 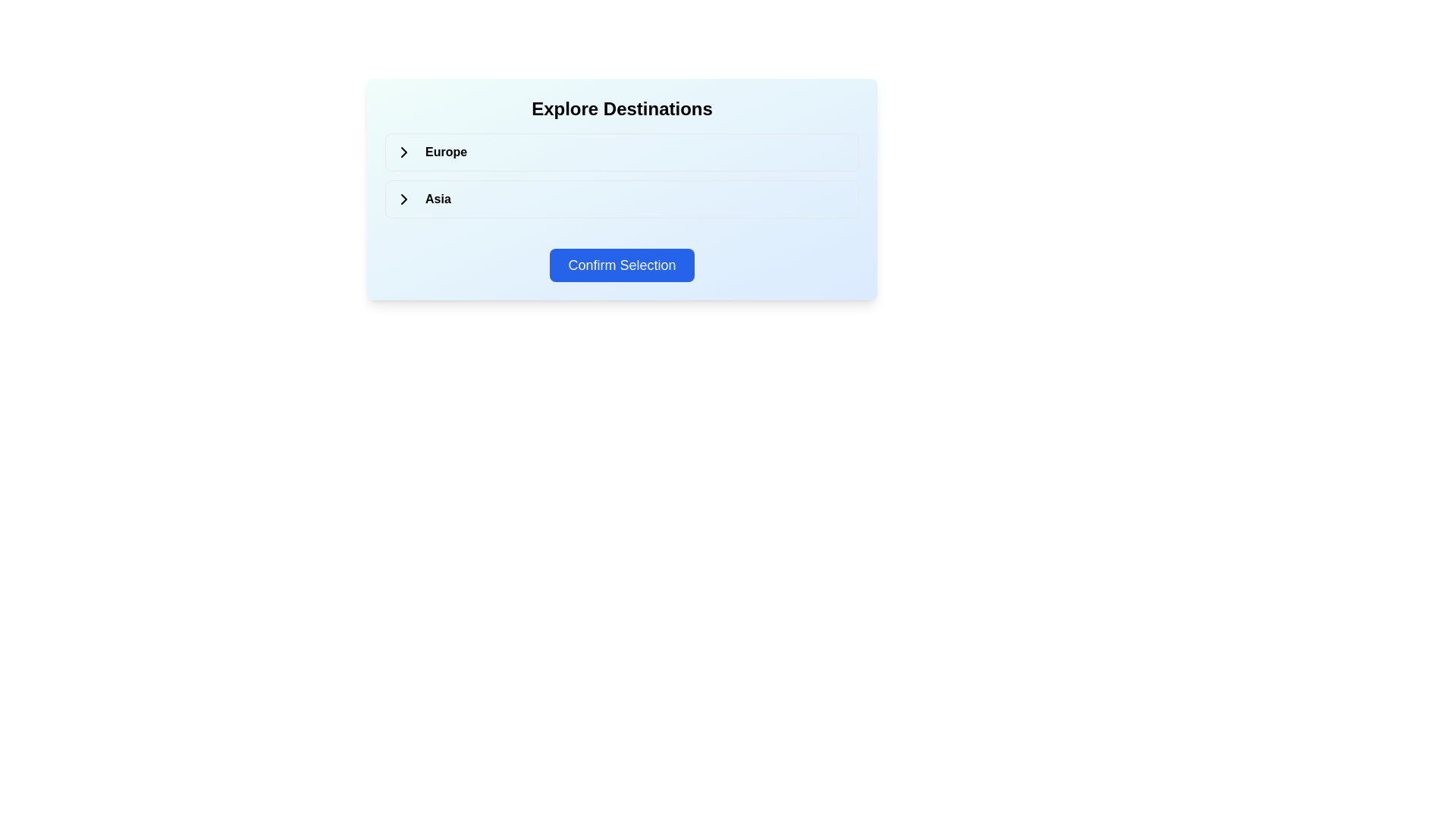 What do you see at coordinates (403, 198) in the screenshot?
I see `the right-pointing arrow icon located to the left of the text 'Asia' in the second row of the list` at bounding box center [403, 198].